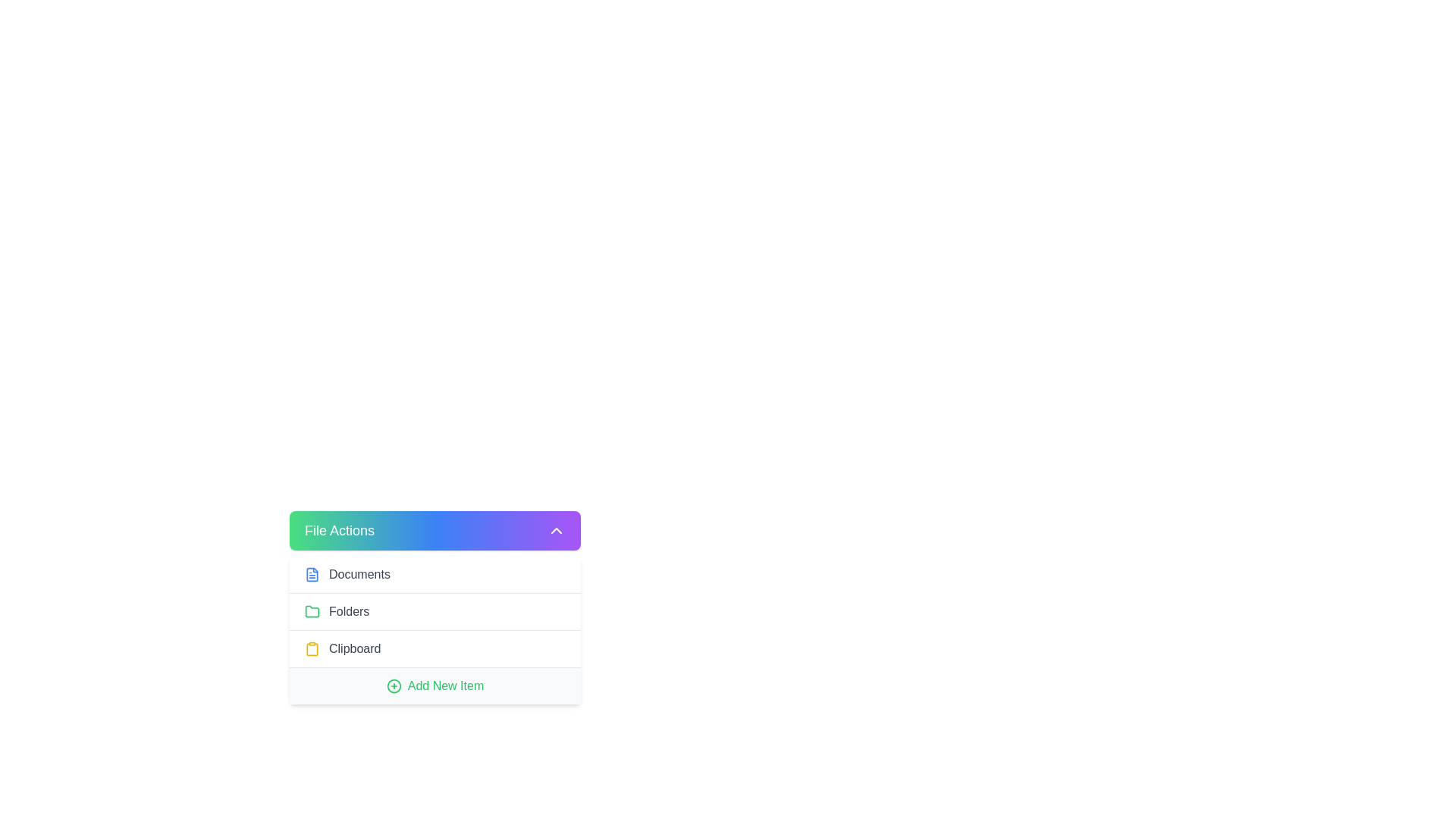 The height and width of the screenshot is (819, 1456). Describe the element at coordinates (312, 610) in the screenshot. I see `the folder icon located to the left of the 'Folders' text in the second row of the 'File Actions' menu, which is situated below the 'Documents' section` at that location.